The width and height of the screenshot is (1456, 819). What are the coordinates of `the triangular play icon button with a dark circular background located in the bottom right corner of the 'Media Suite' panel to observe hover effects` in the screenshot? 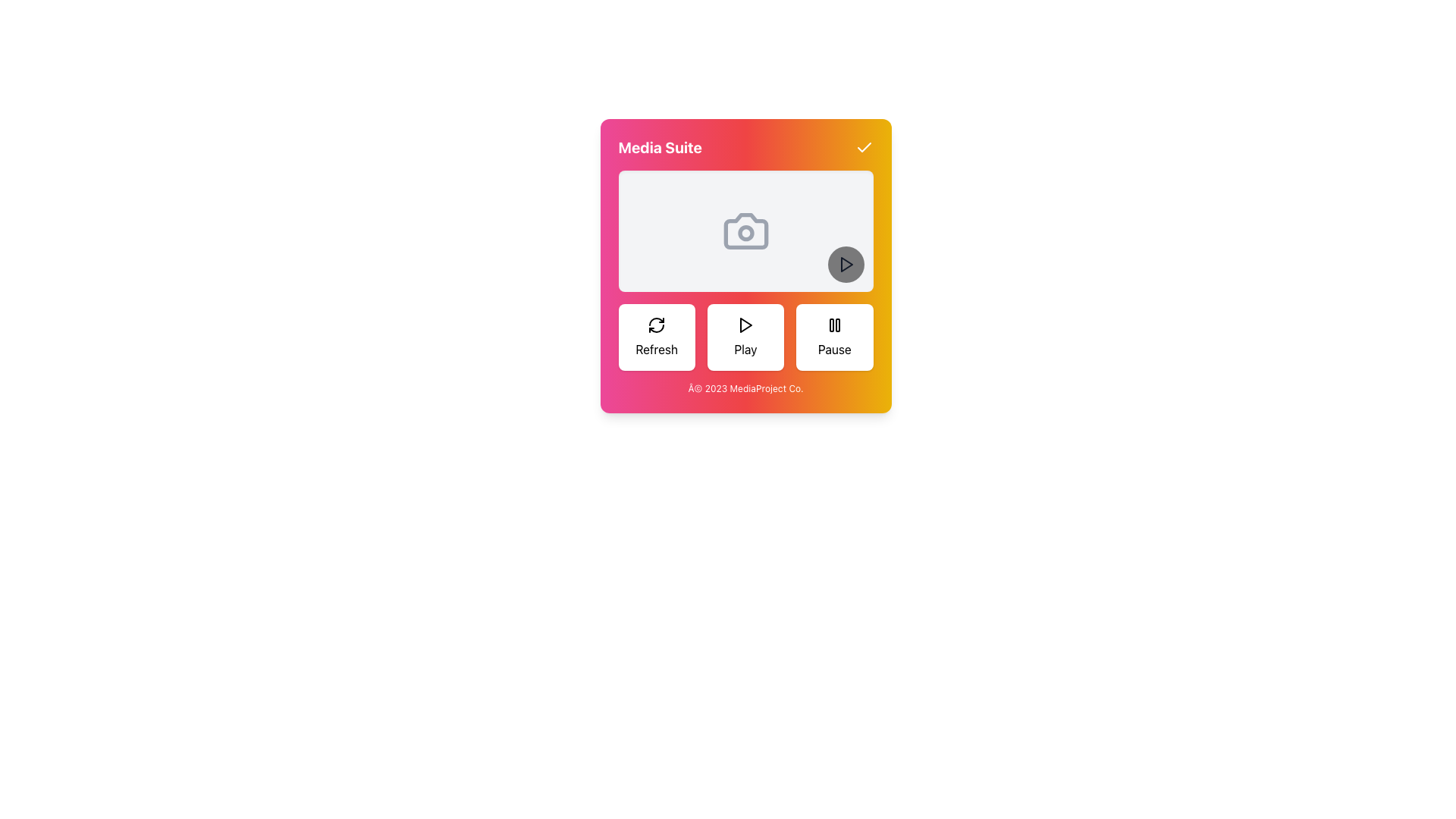 It's located at (845, 263).